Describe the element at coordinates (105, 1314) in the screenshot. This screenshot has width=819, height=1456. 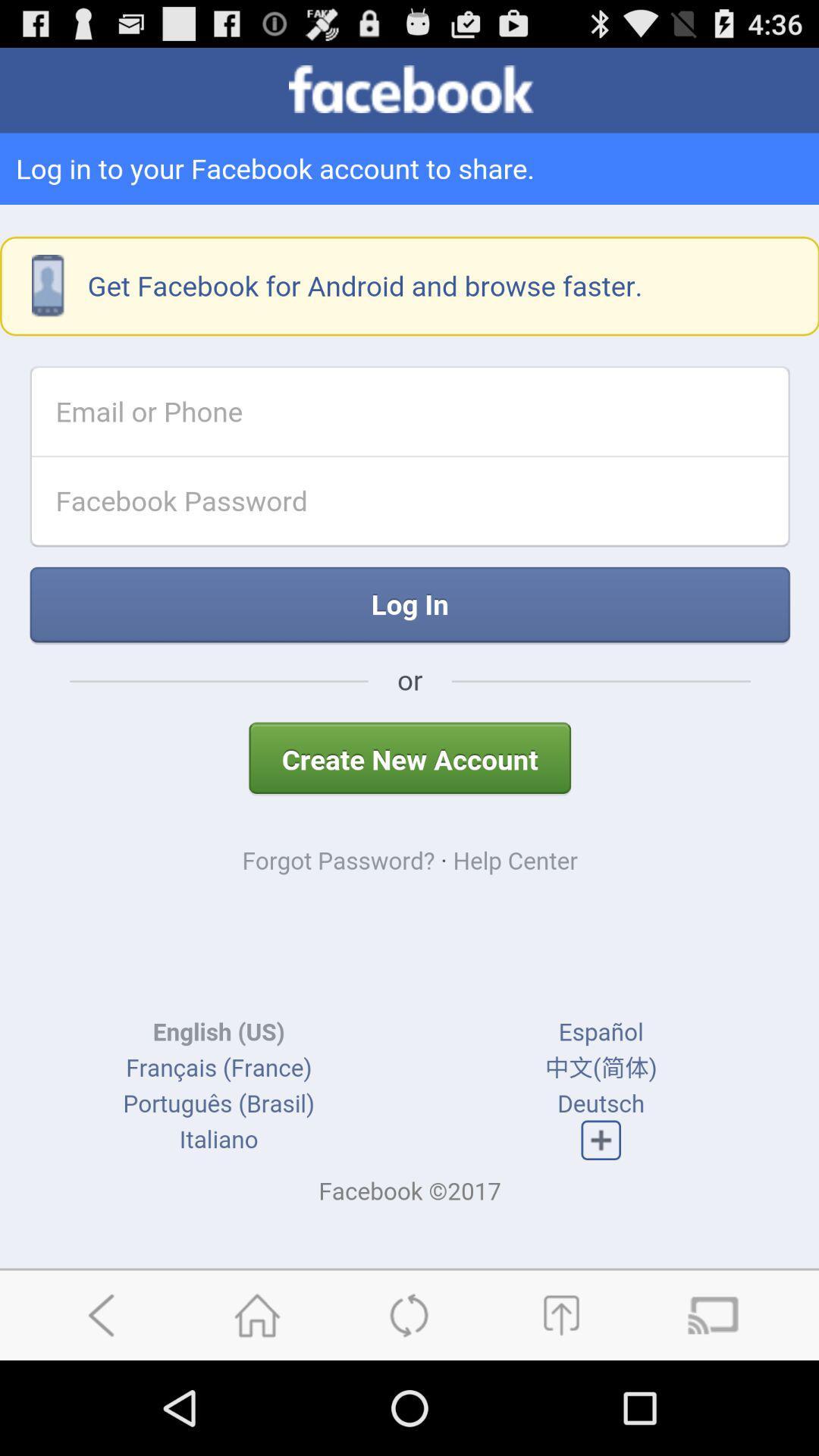
I see `go back` at that location.